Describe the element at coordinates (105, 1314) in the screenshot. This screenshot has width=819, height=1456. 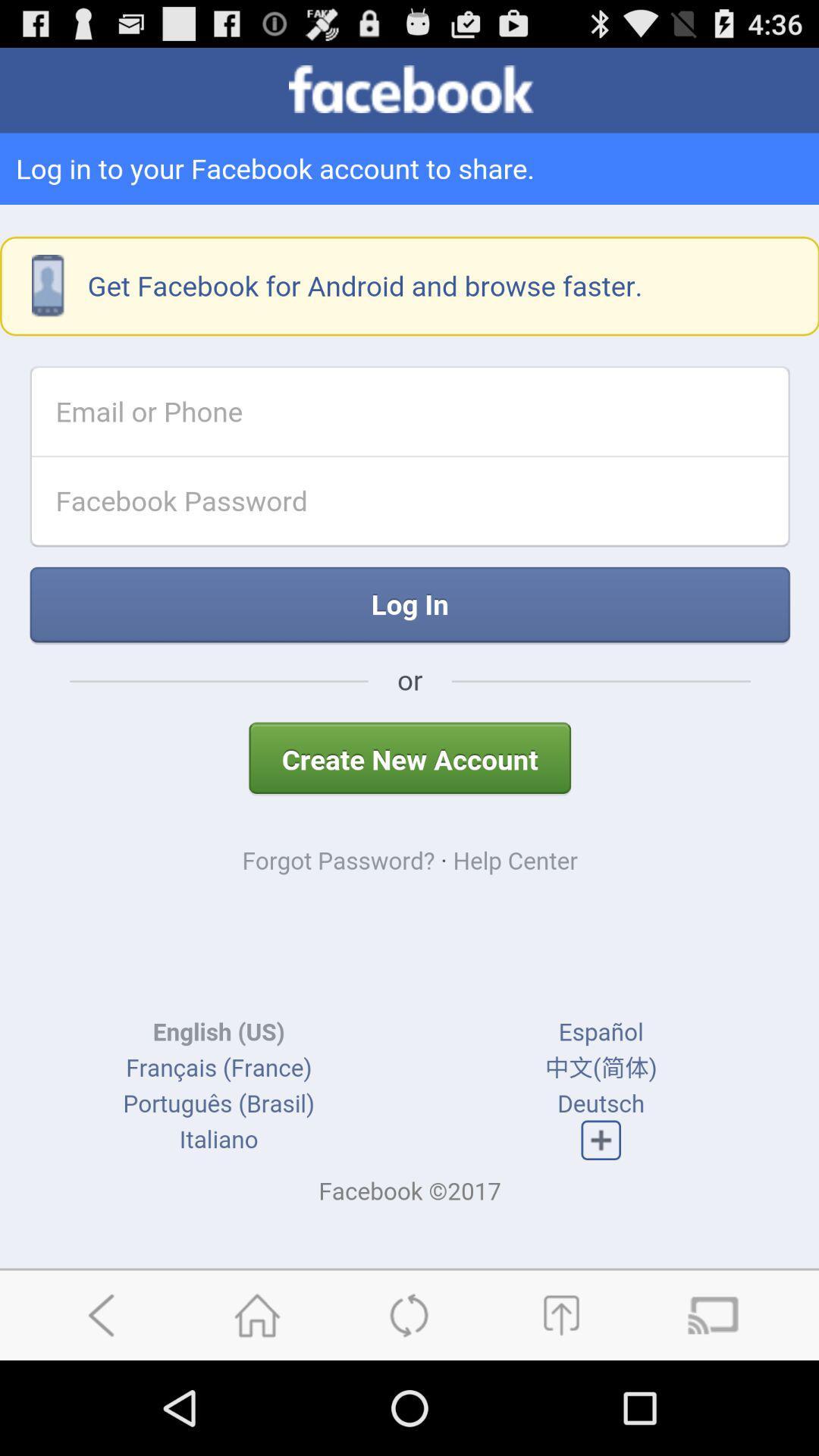
I see `go back` at that location.